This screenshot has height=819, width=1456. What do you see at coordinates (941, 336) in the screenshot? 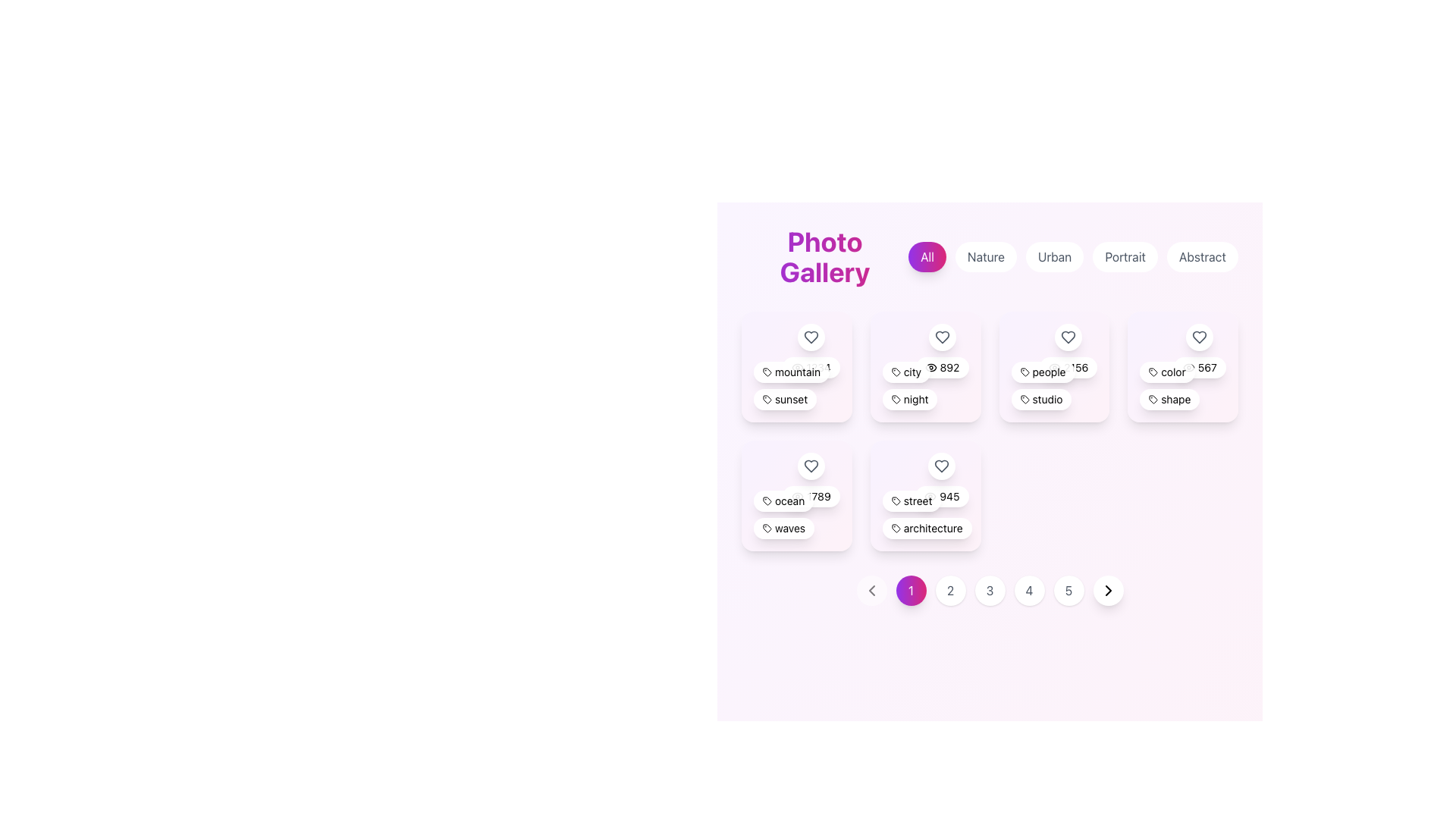
I see `the heart icon located within the second card from the left in the photo gallery interface to like or favorite the item` at bounding box center [941, 336].